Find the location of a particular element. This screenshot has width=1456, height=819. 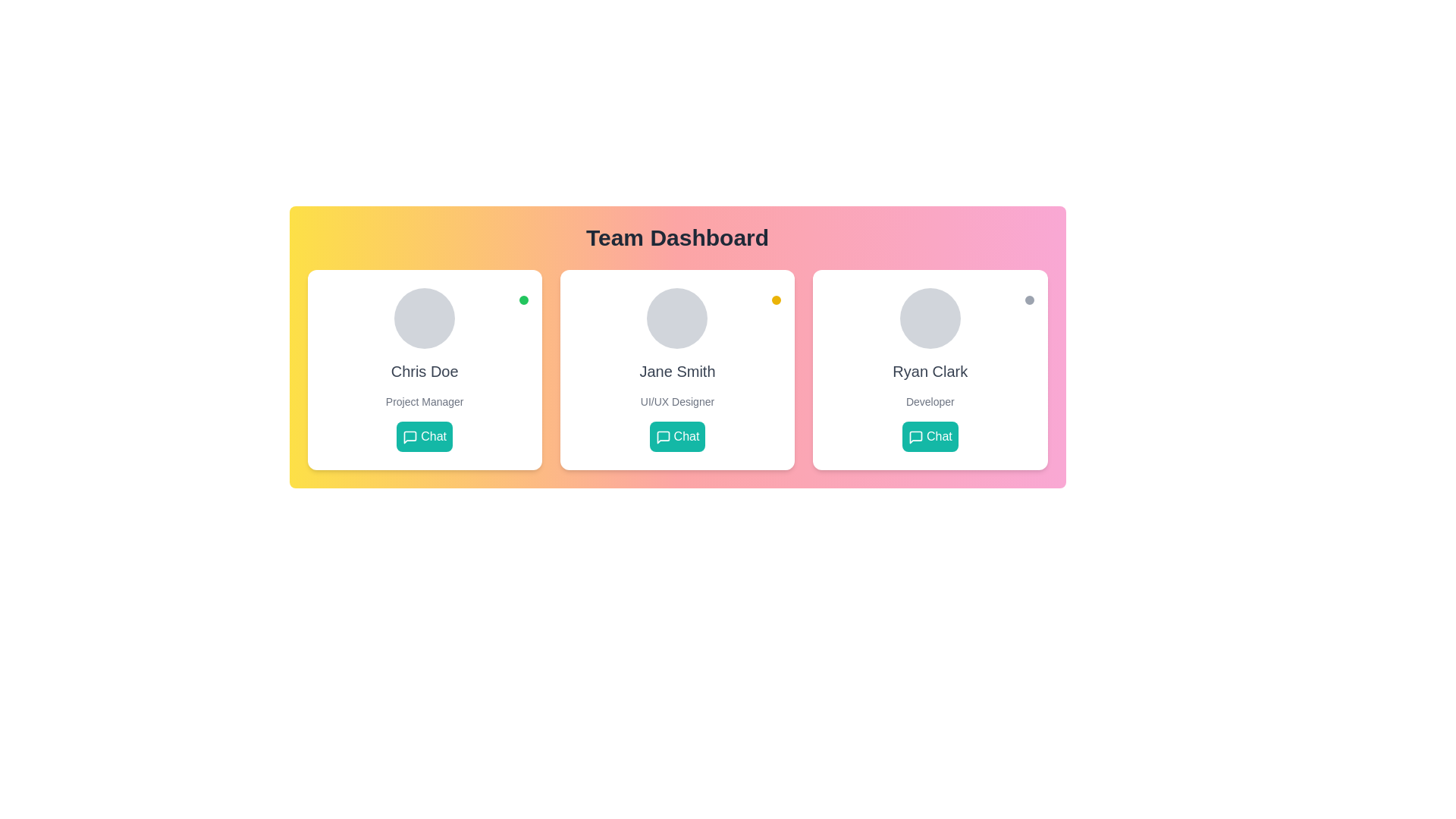

the small circular status indicator with a light gray background and white border, located at the top-right corner of the 'Ryan Clark' card, above the text 'Developer' is located at coordinates (1029, 300).